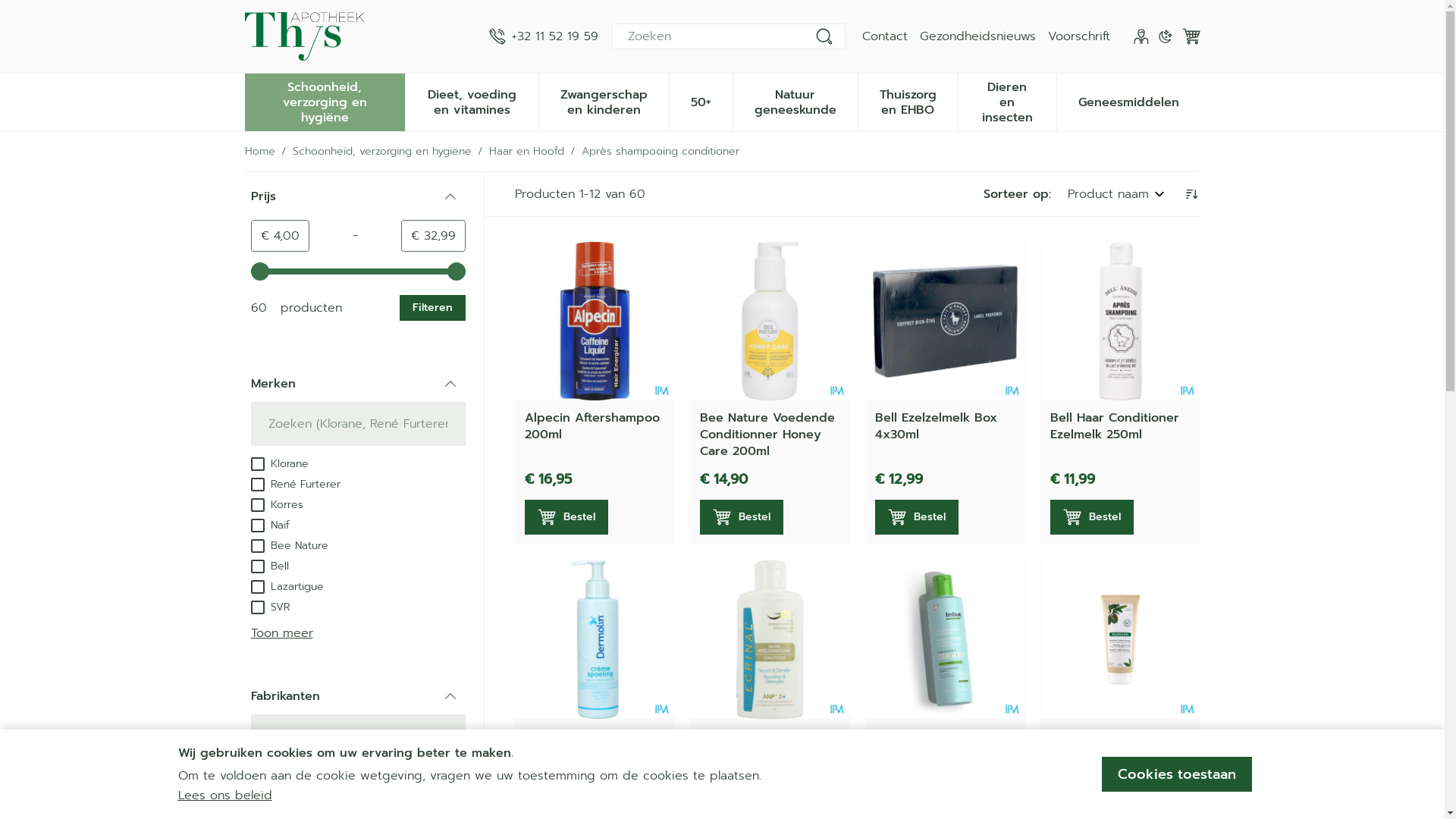 The width and height of the screenshot is (1456, 819). What do you see at coordinates (276, 504) in the screenshot?
I see `'Korres'` at bounding box center [276, 504].